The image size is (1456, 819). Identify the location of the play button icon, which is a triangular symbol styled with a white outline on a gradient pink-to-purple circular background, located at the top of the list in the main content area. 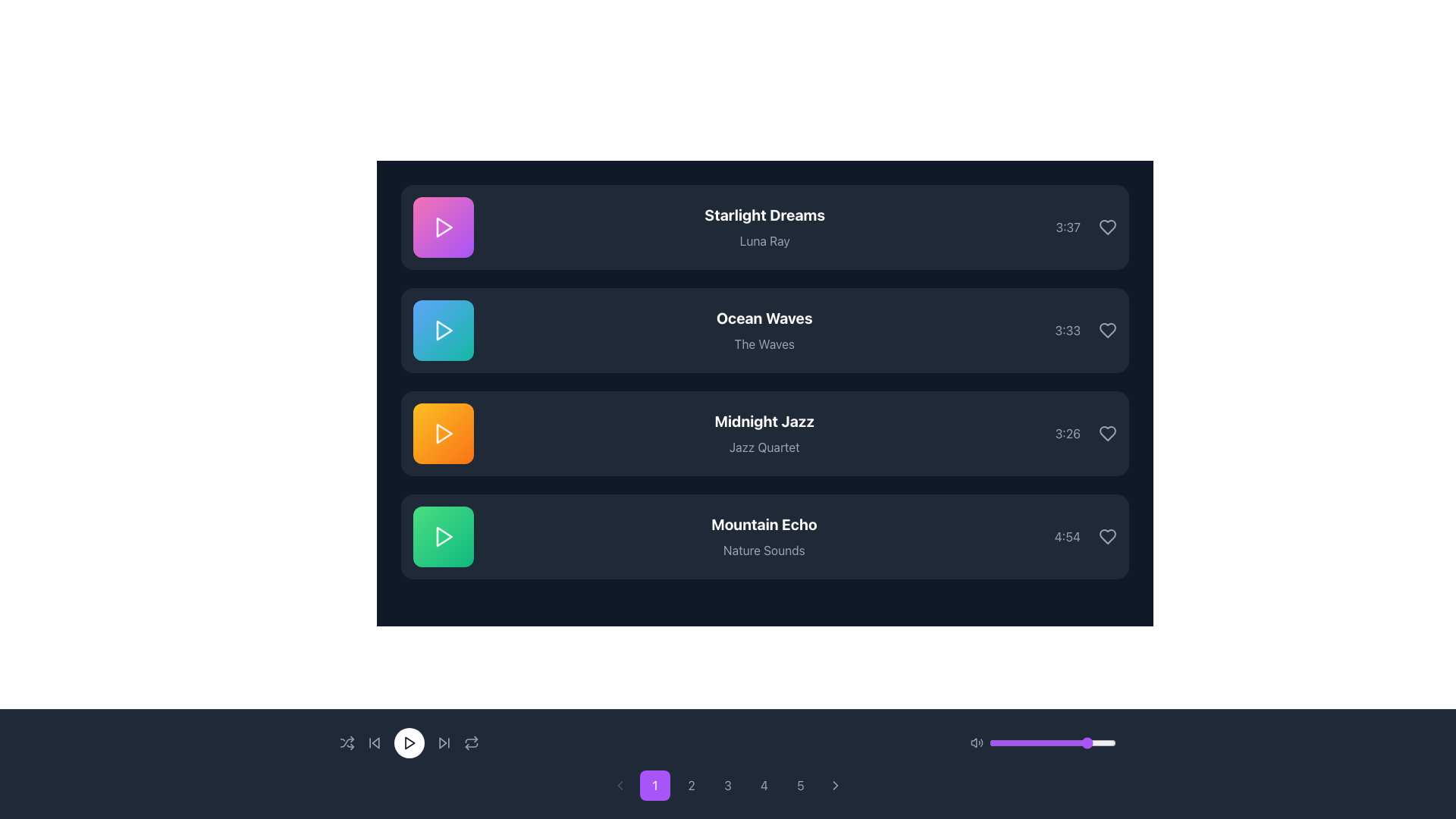
(443, 227).